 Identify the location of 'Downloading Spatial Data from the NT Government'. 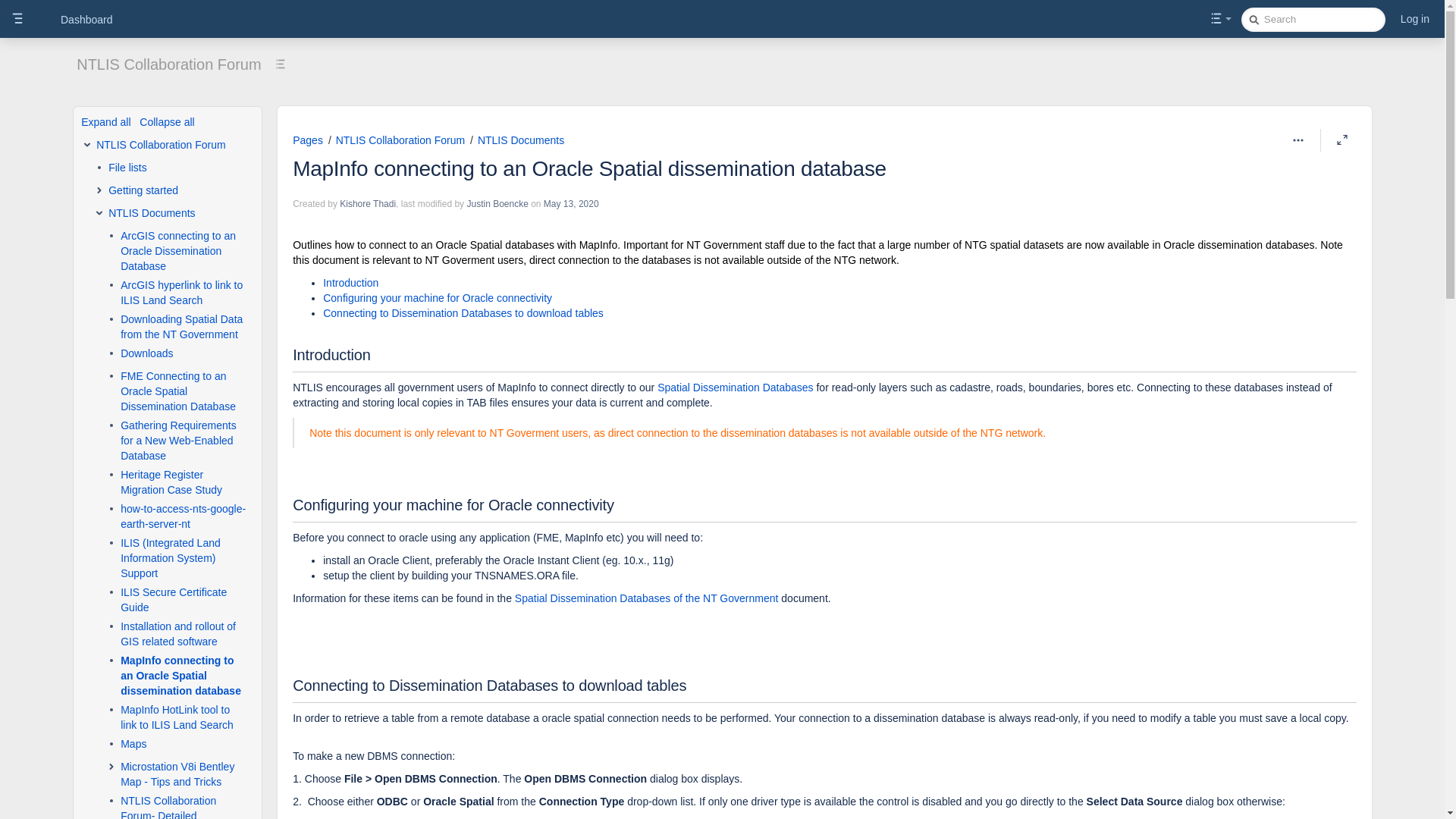
(183, 326).